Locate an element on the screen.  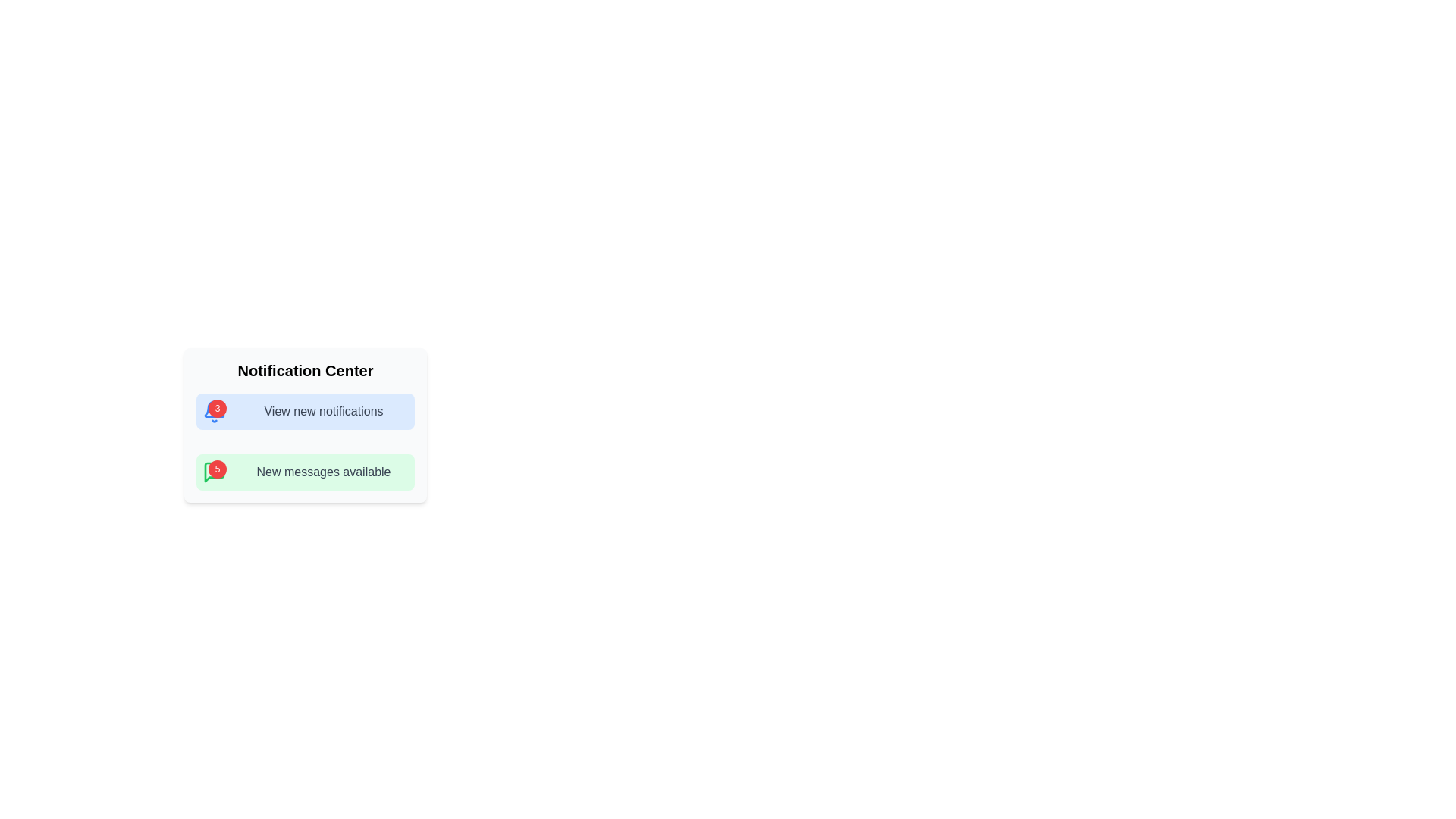
the red circular badge containing the number '3', which is positioned at the top right corner of the blue bell icon in the 'View new notifications' section is located at coordinates (214, 412).